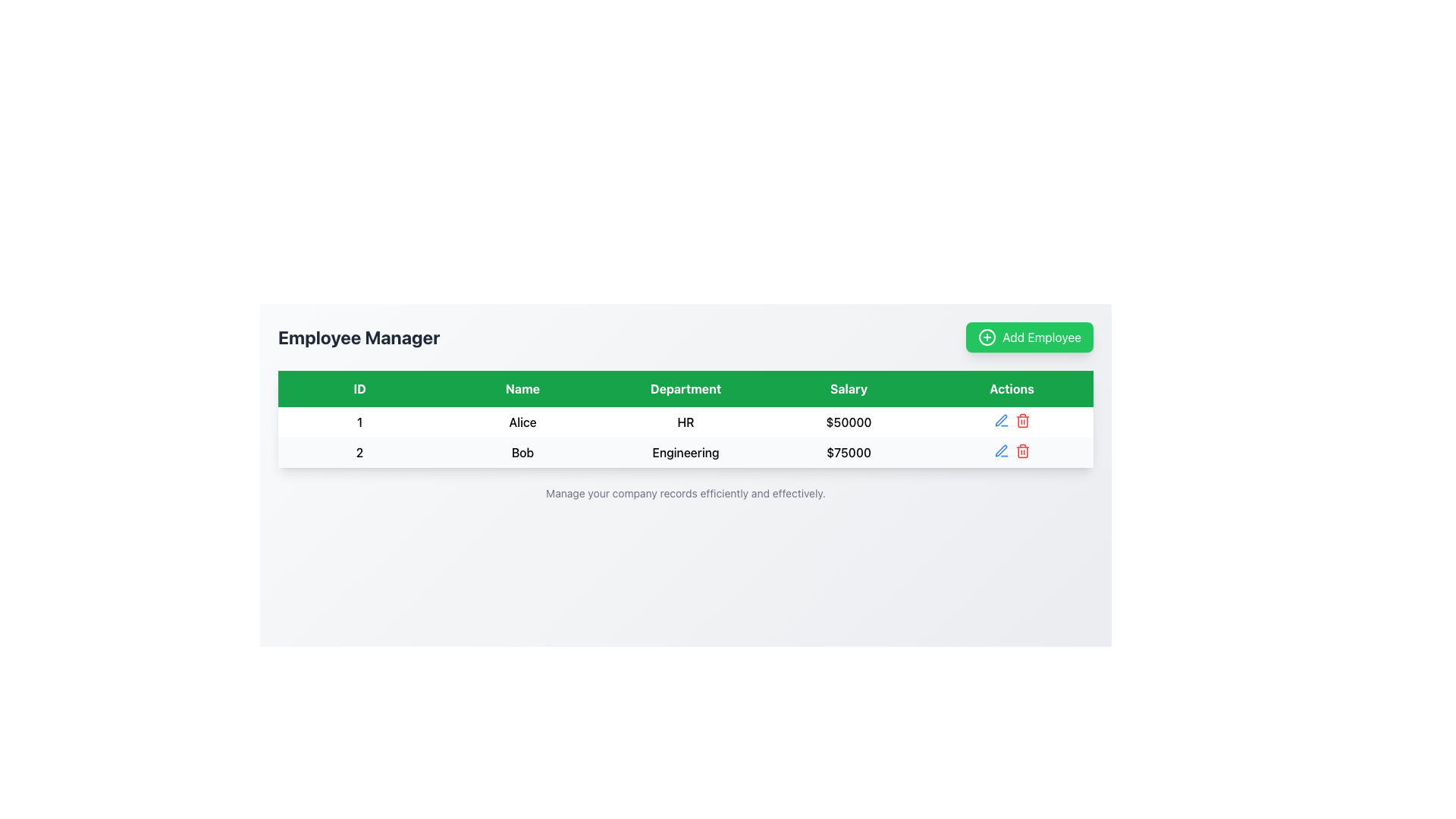 Image resolution: width=1456 pixels, height=819 pixels. What do you see at coordinates (685, 388) in the screenshot?
I see `the text label indicating the header for the 'Department' column in the table, which is the third column header situated between 'Name' and 'Salary'` at bounding box center [685, 388].